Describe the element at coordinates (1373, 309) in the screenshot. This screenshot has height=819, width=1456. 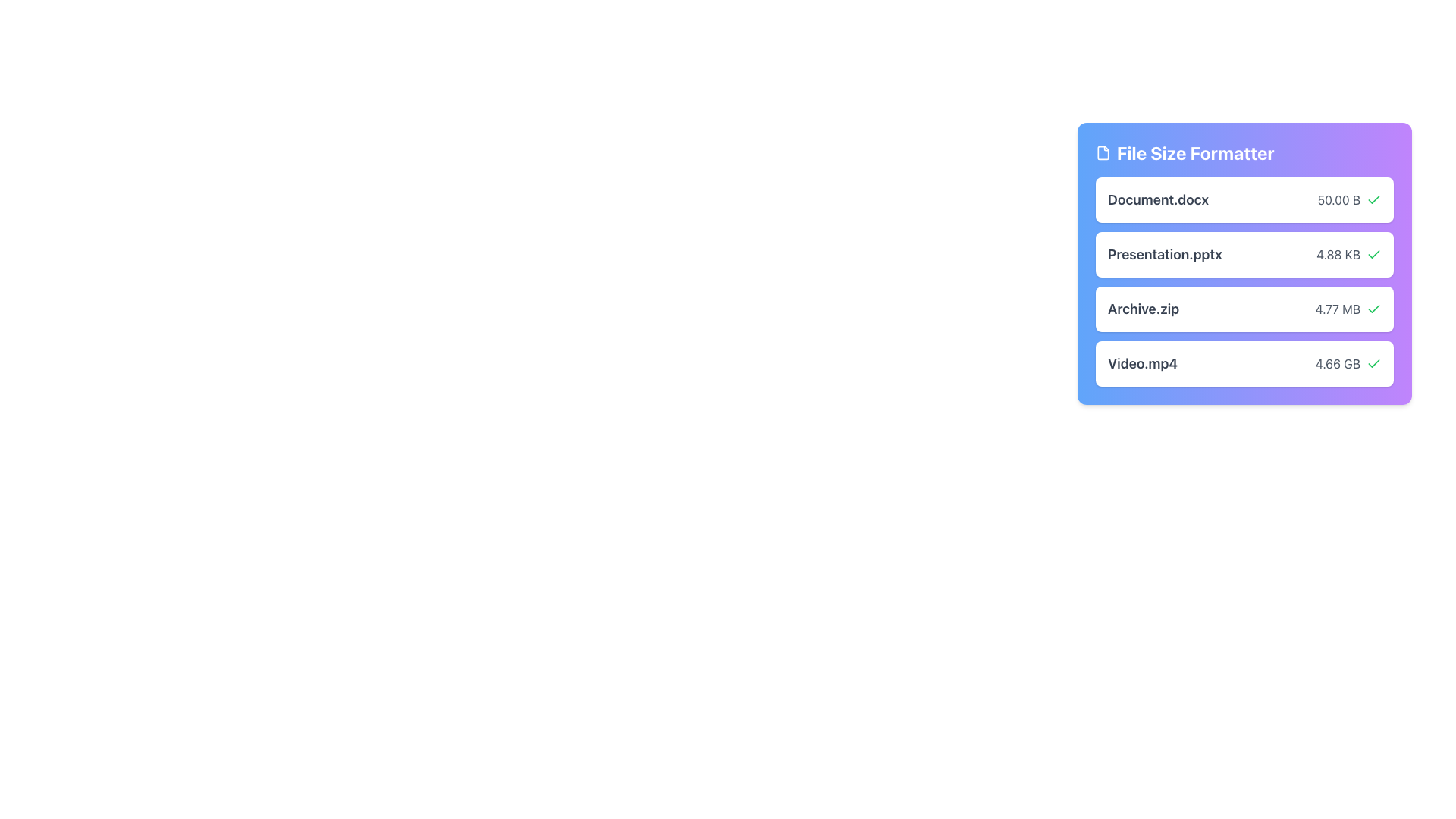
I see `the icon that indicates the successful processing of the file 'Archive.zip', located to the right of the text '4.77 MB' in the file listing` at that location.